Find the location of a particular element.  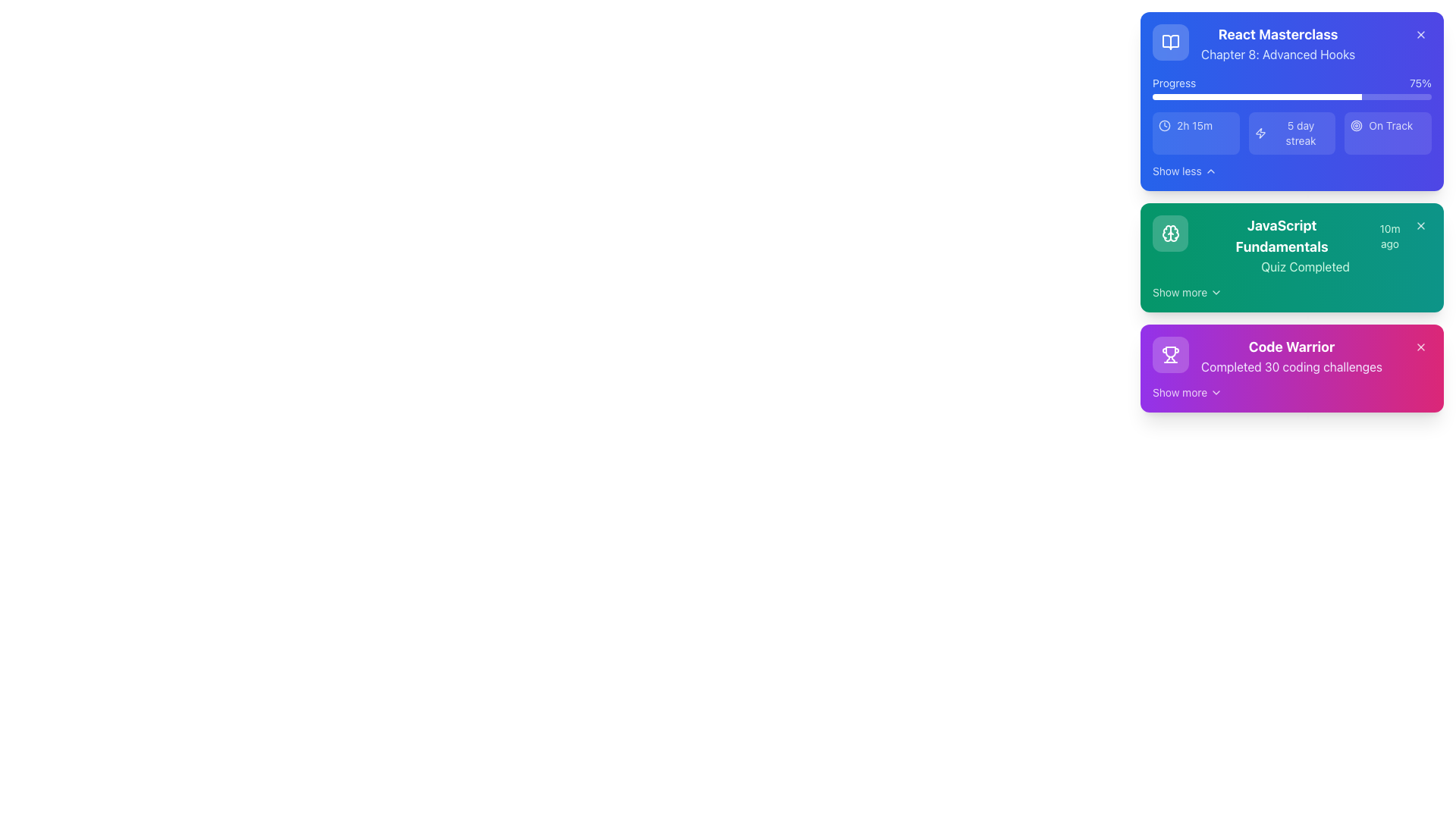

the timestamp Text Label located in the upper right section of the 'JavaScript Fundamentals' card, positioned to the right of the title and above the 'Quiz Completed' text is located at coordinates (1390, 237).